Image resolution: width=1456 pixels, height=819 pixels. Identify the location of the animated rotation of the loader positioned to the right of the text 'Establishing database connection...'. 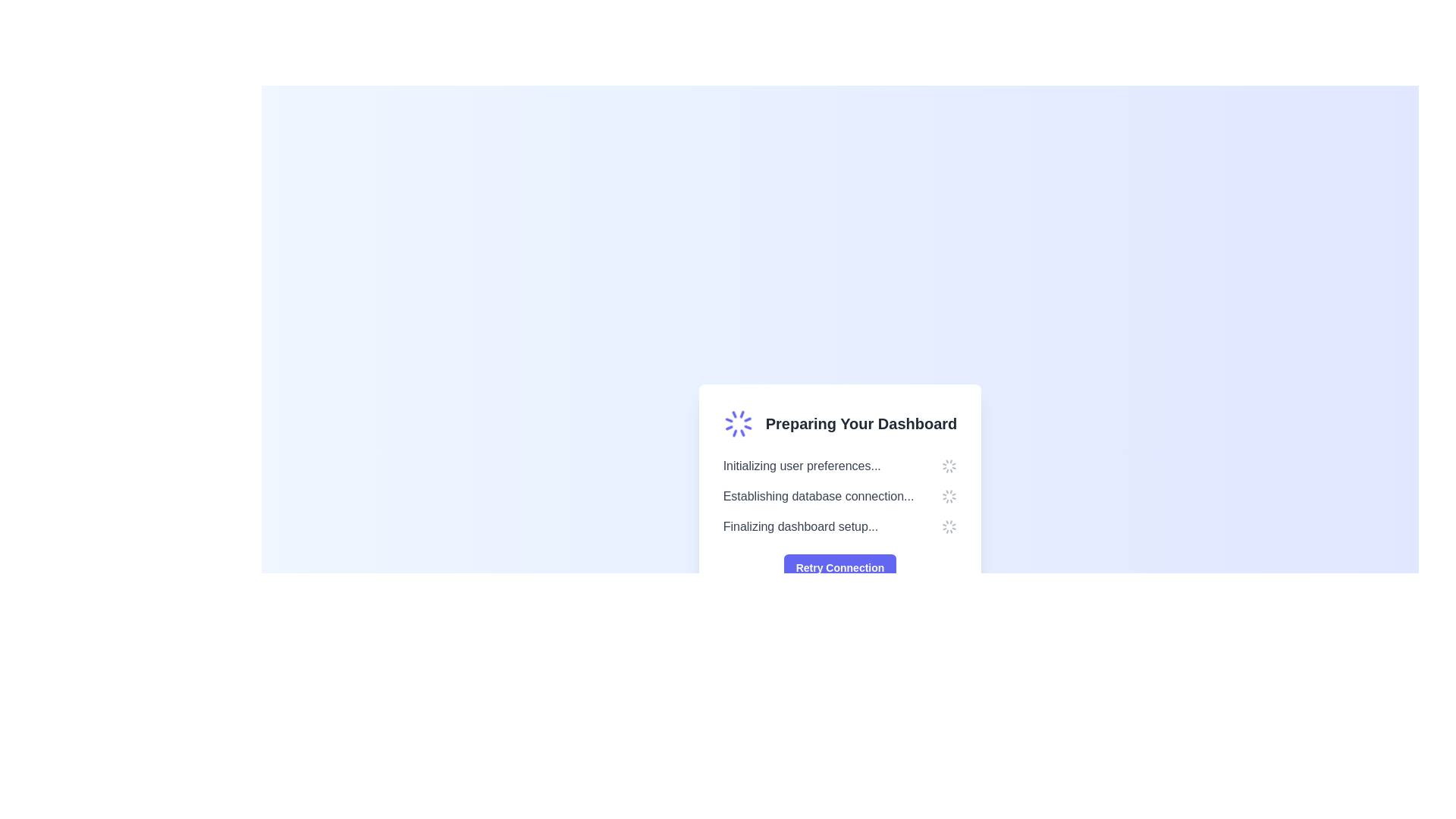
(949, 497).